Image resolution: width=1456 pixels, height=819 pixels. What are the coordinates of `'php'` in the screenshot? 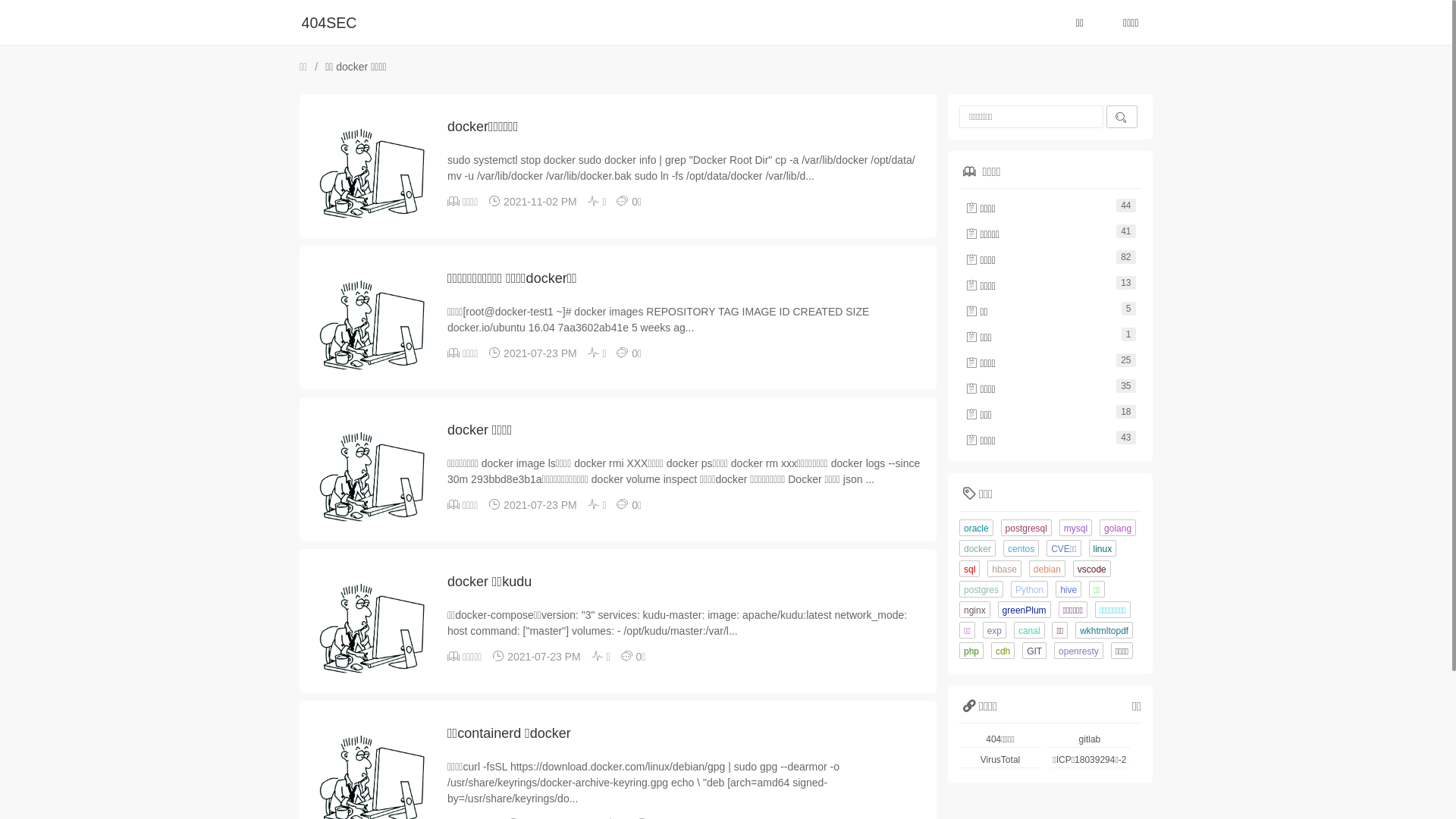 It's located at (971, 649).